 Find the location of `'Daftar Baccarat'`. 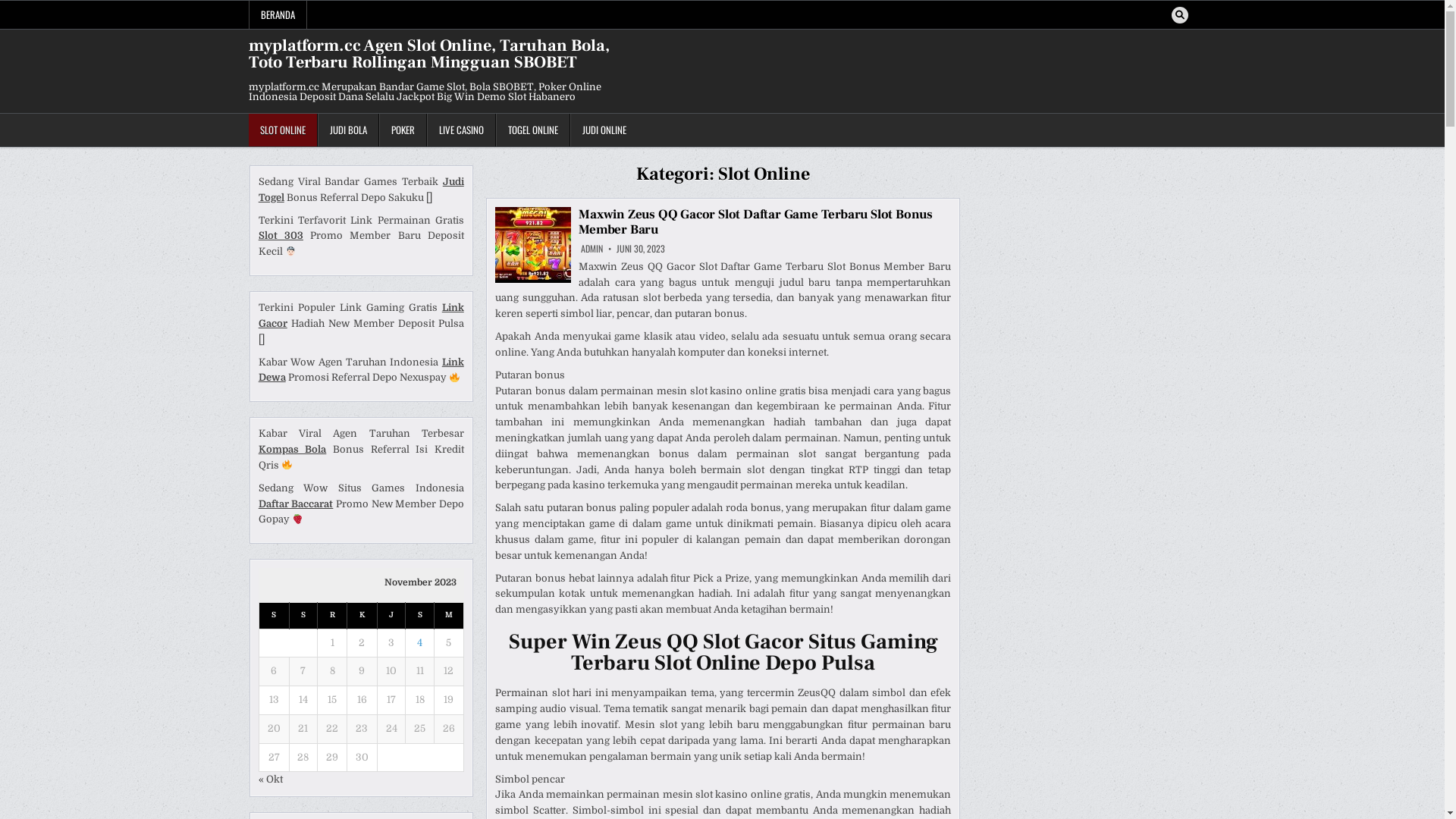

'Daftar Baccarat' is located at coordinates (258, 504).